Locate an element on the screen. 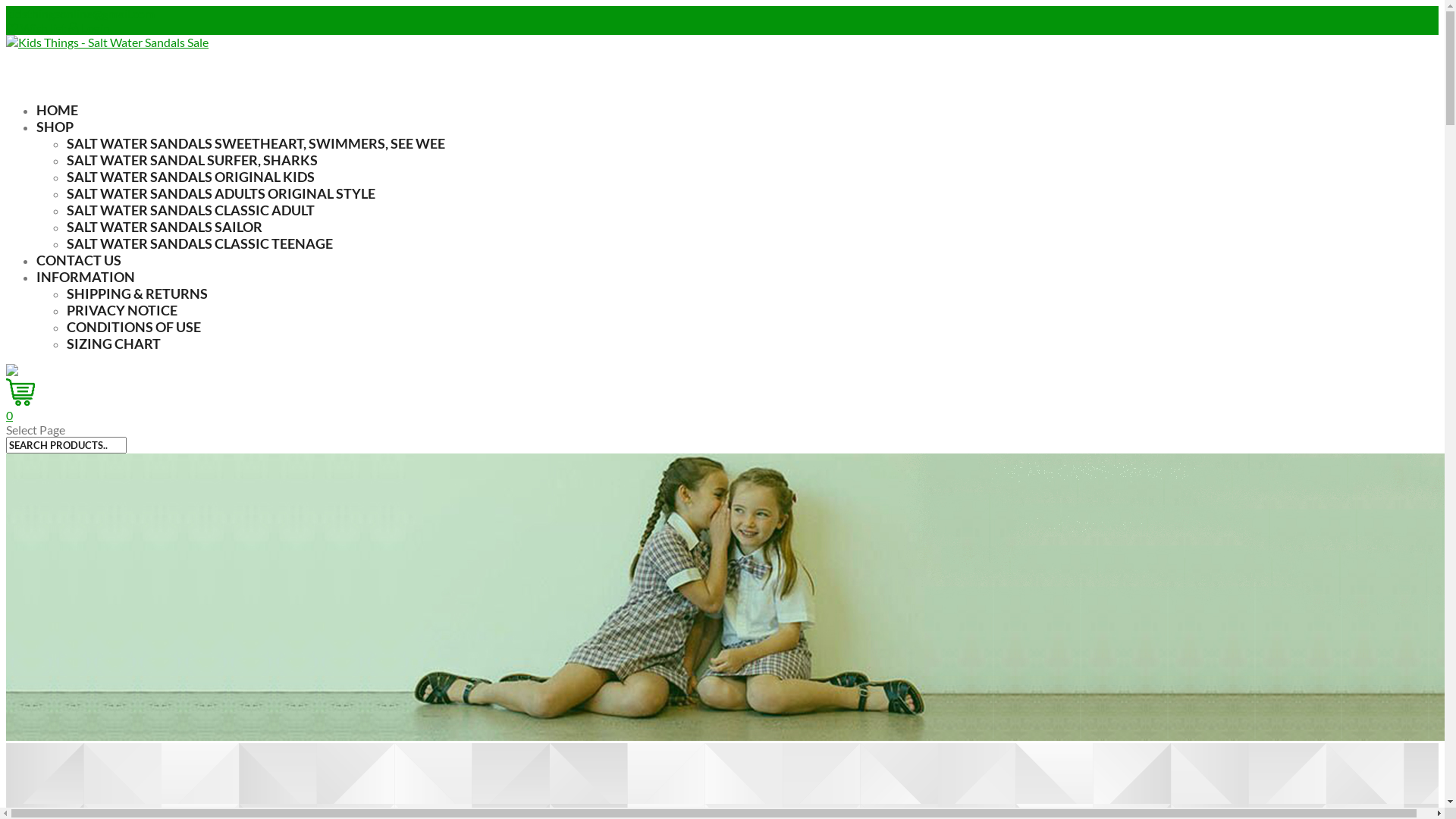  'SALT WATER SANDALS SAILOR' is located at coordinates (164, 227).